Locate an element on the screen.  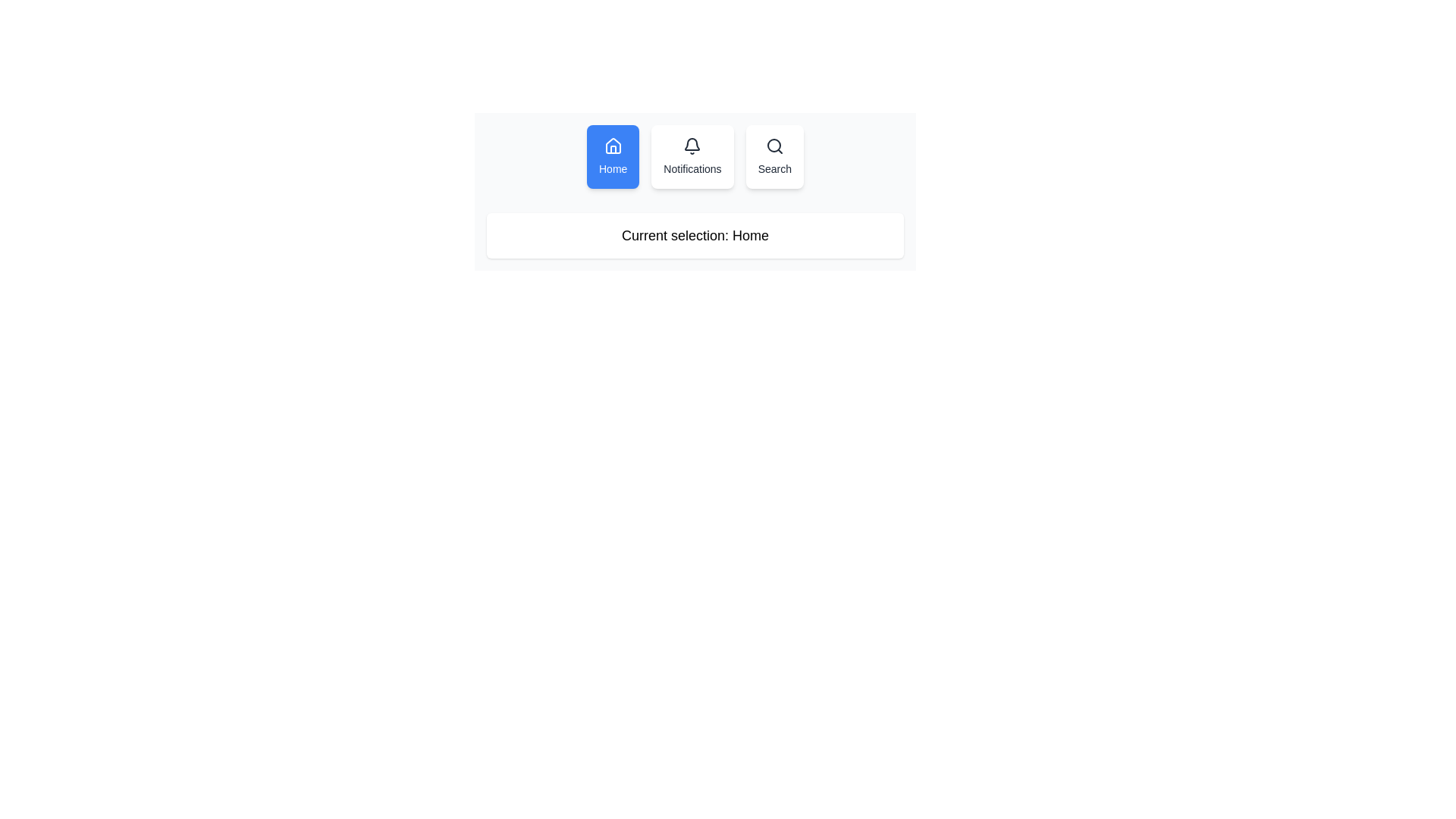
the search button located to the right of the 'Home' and 'Notifications' buttons is located at coordinates (774, 157).